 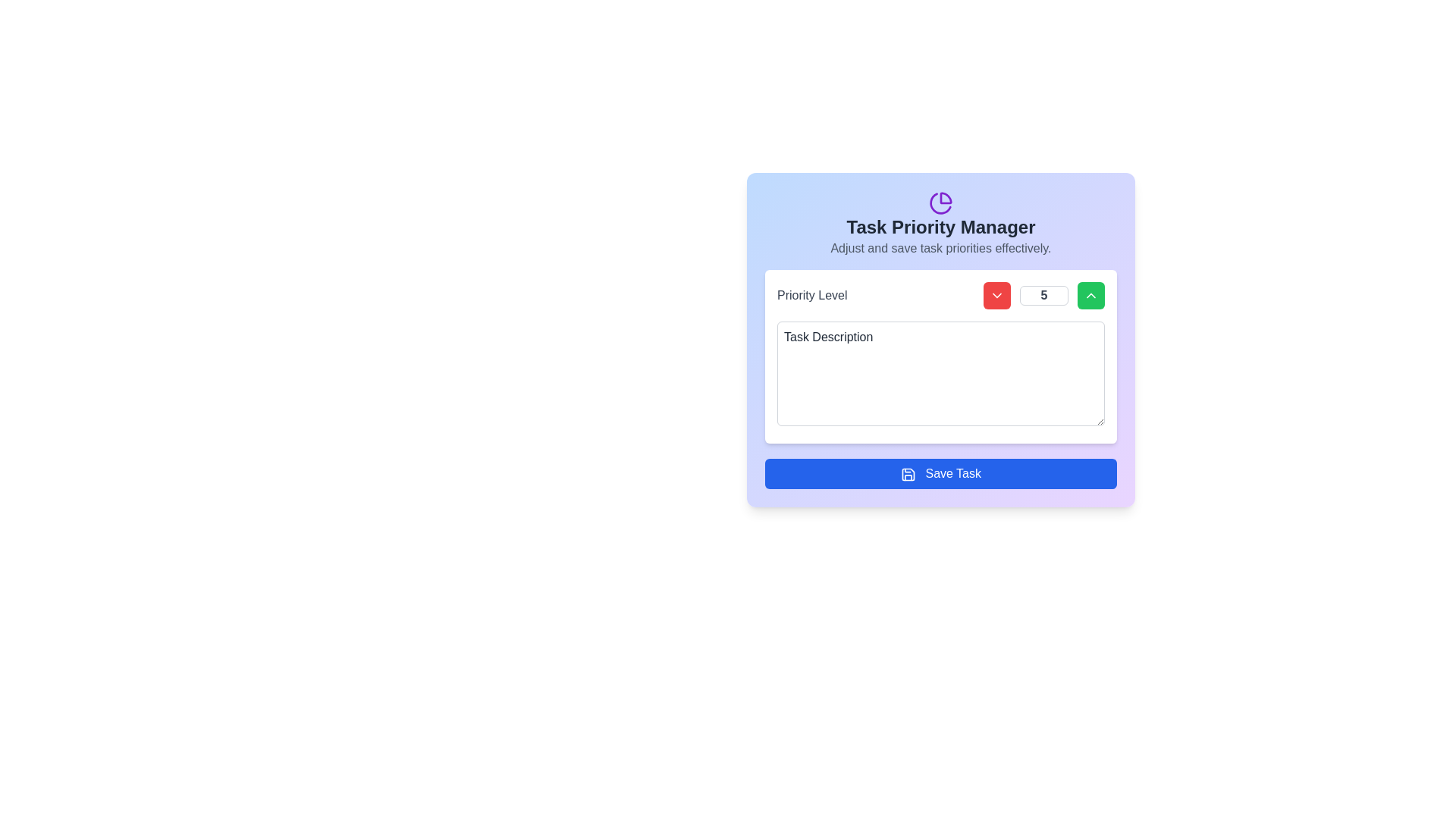 What do you see at coordinates (908, 473) in the screenshot?
I see `the floppy disk save icon graphic element located at the bottom center of the panel, which serves as the base structure of the 'Save Task' button` at bounding box center [908, 473].